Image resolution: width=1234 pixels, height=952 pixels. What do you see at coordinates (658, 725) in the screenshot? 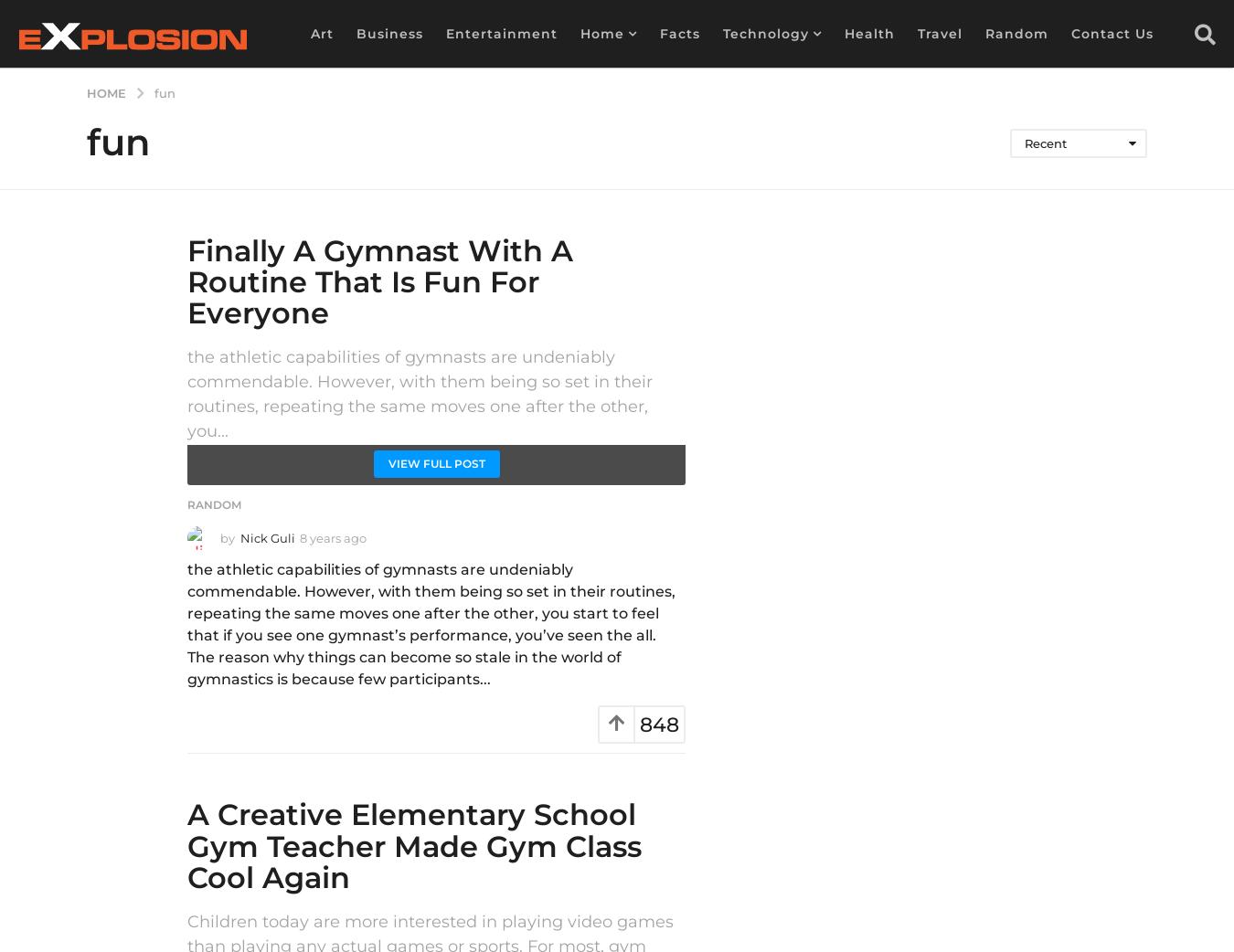
I see `'848'` at bounding box center [658, 725].